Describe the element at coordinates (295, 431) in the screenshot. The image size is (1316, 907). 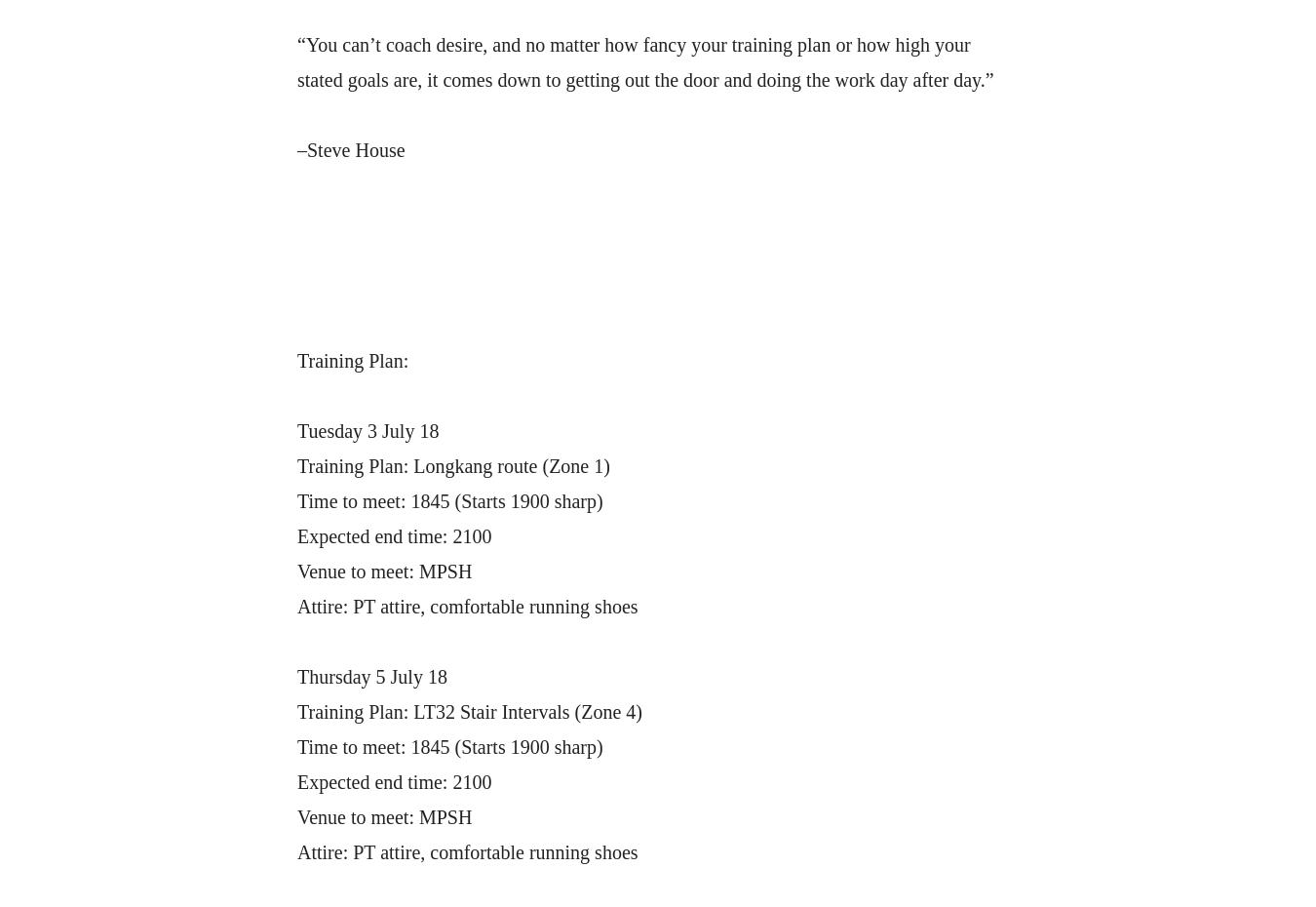
I see `'Tuesday 3 July 18'` at that location.